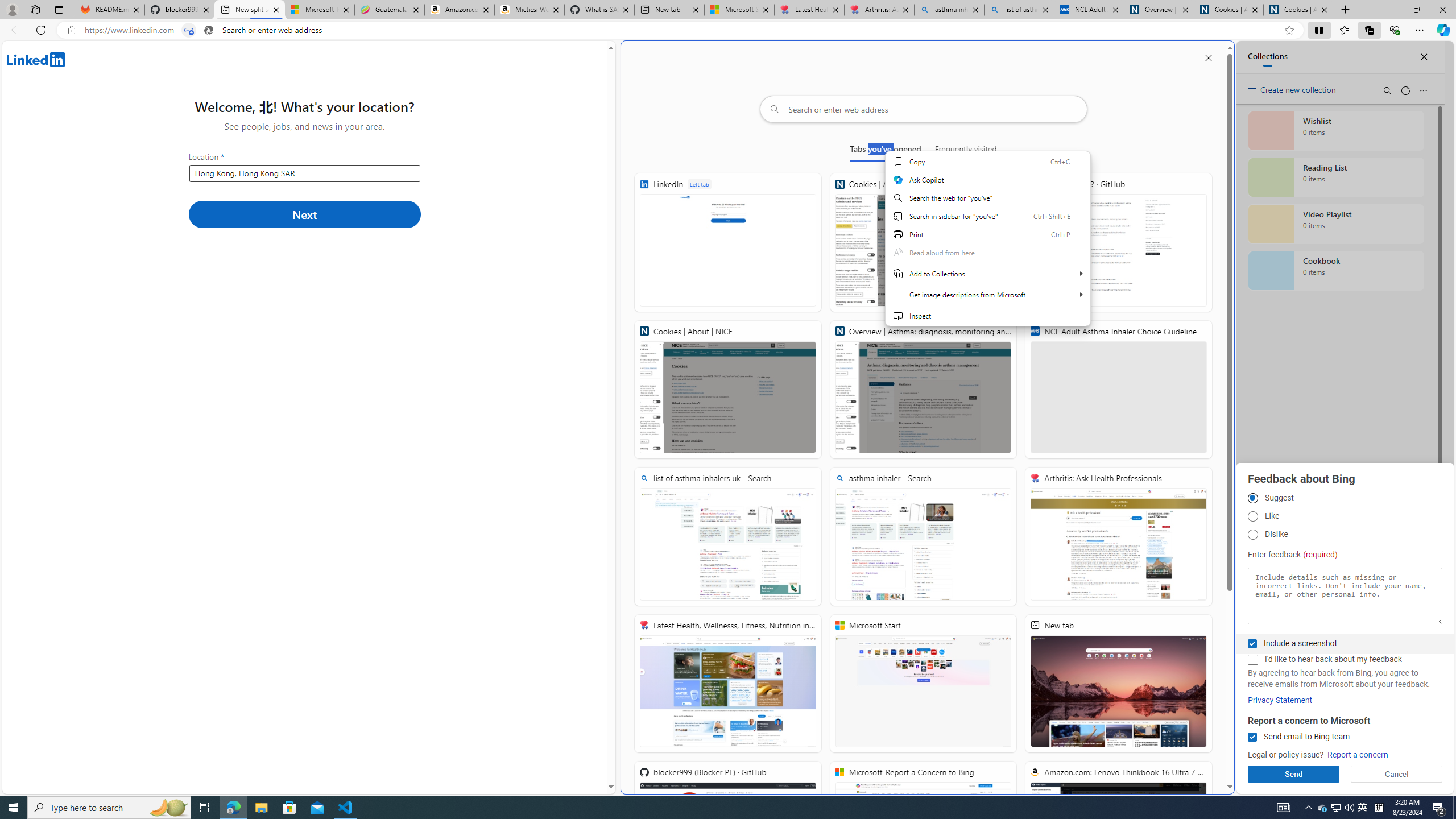  I want to click on 'list of asthma inhalers uk - Search', so click(1019, 9).